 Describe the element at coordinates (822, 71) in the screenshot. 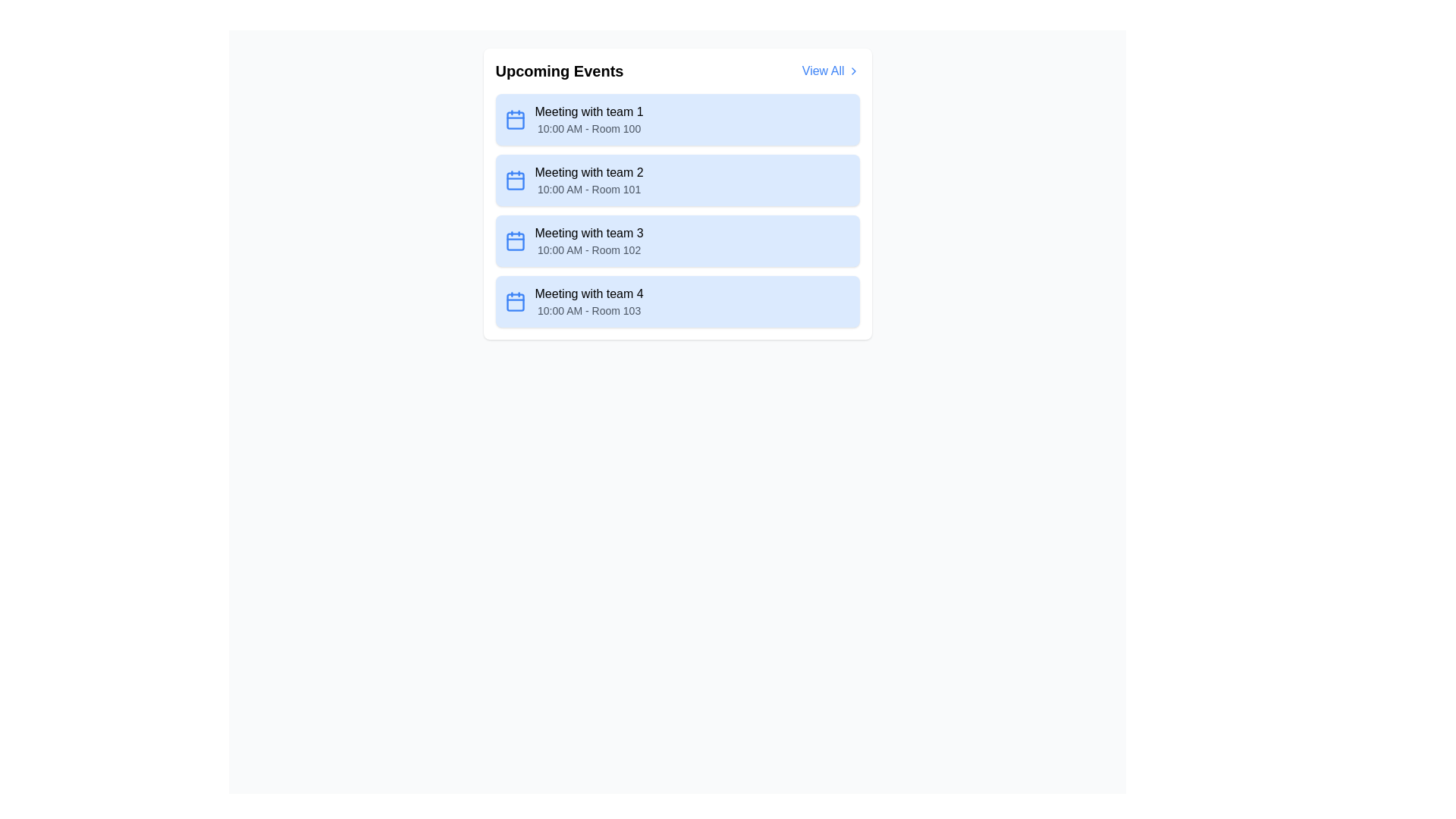

I see `the text label located in the top-right corner of the 'Upcoming Events' section` at that location.